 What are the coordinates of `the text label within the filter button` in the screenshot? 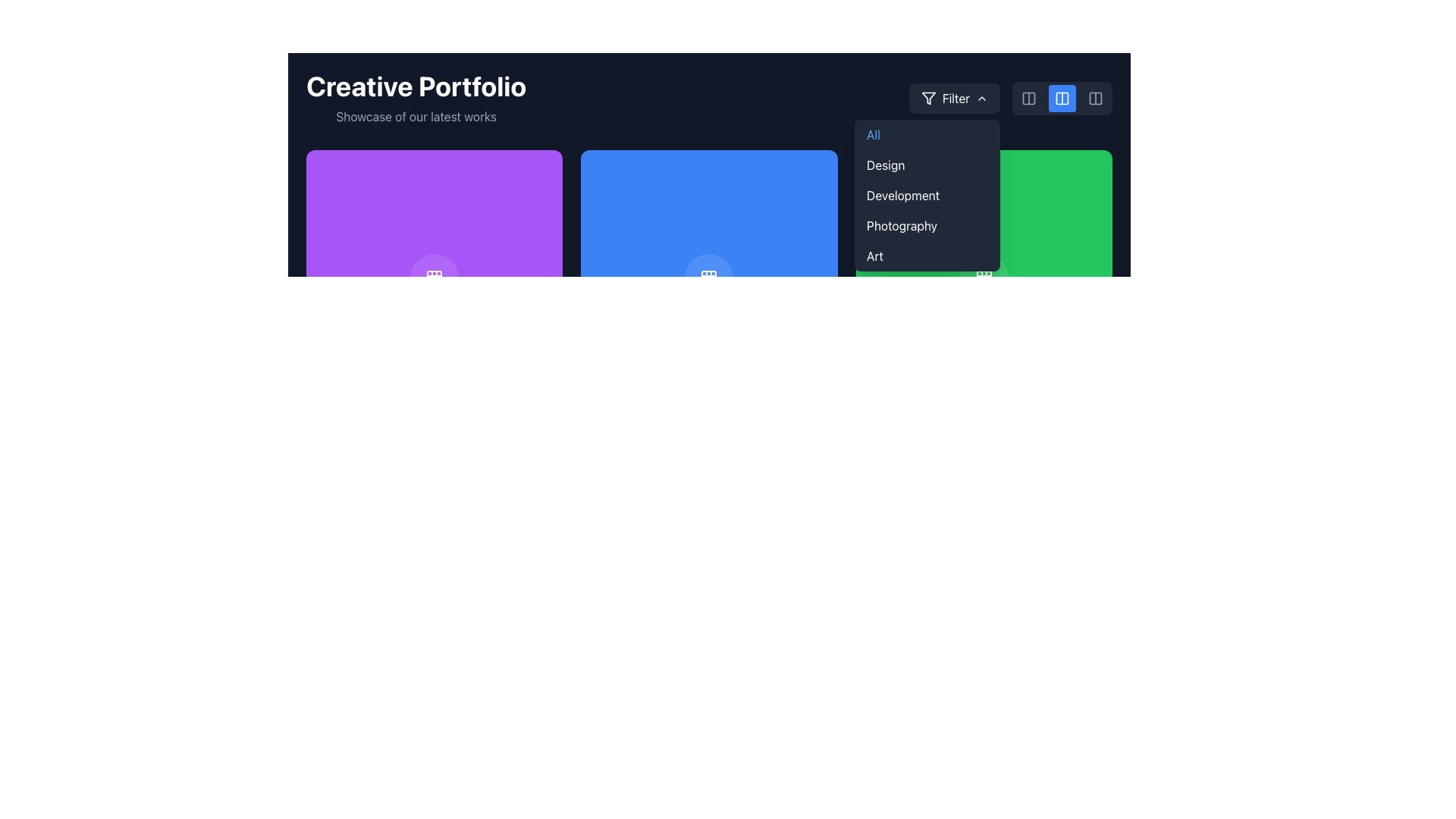 It's located at (955, 99).